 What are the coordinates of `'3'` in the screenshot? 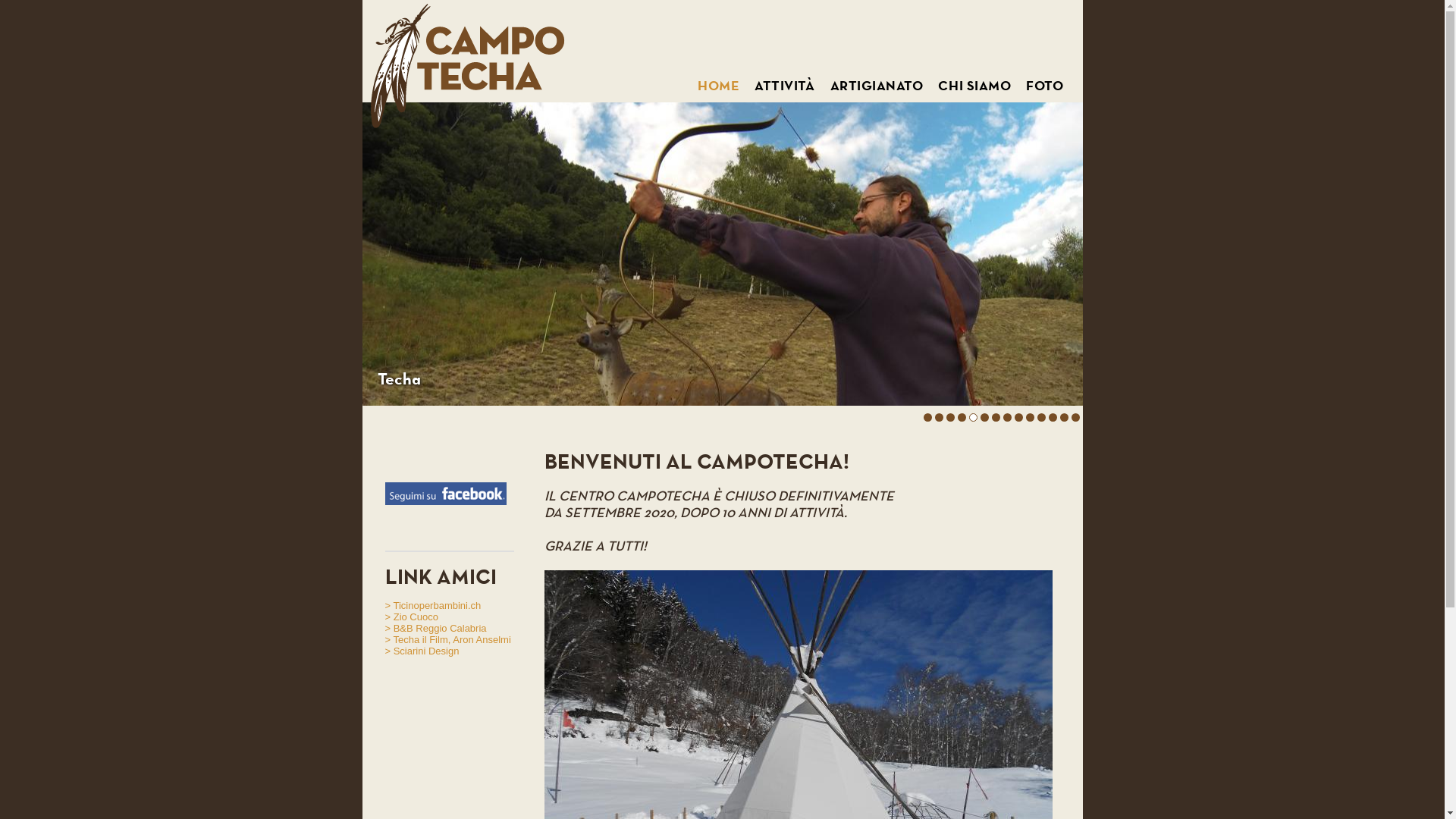 It's located at (949, 419).